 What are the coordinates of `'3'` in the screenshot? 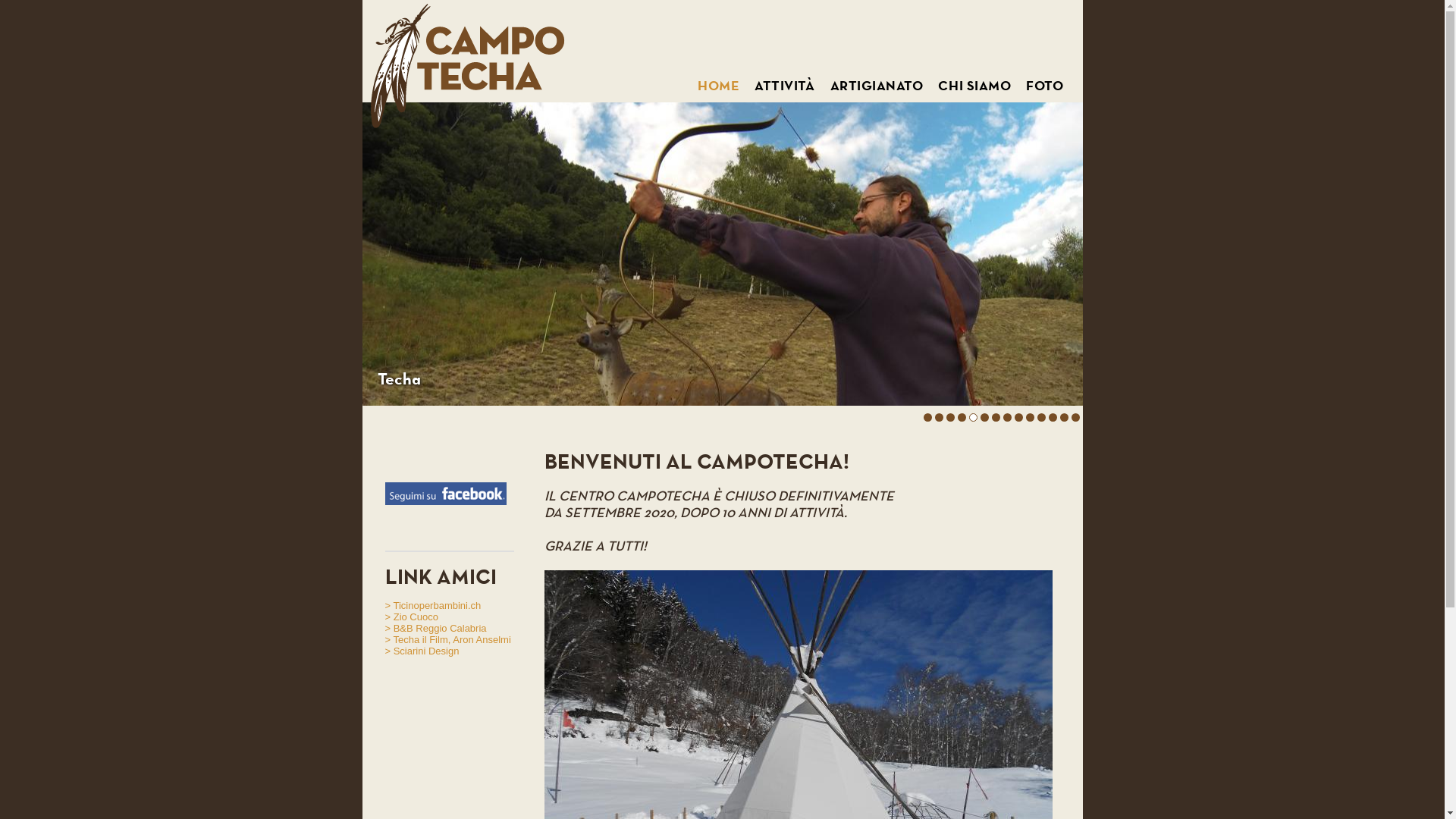 It's located at (949, 419).